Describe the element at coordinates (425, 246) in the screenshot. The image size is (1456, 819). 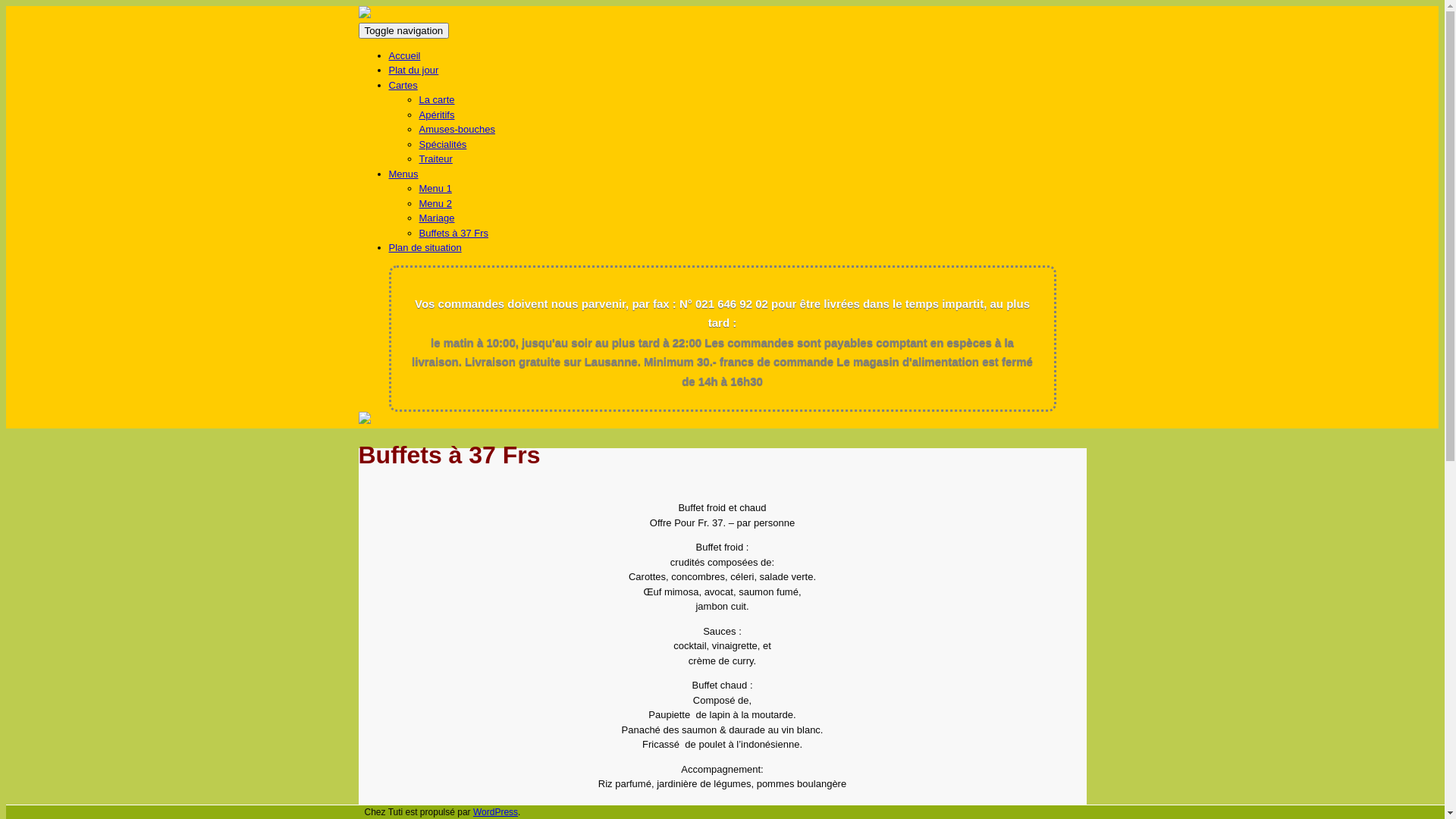
I see `'Plan de situation'` at that location.